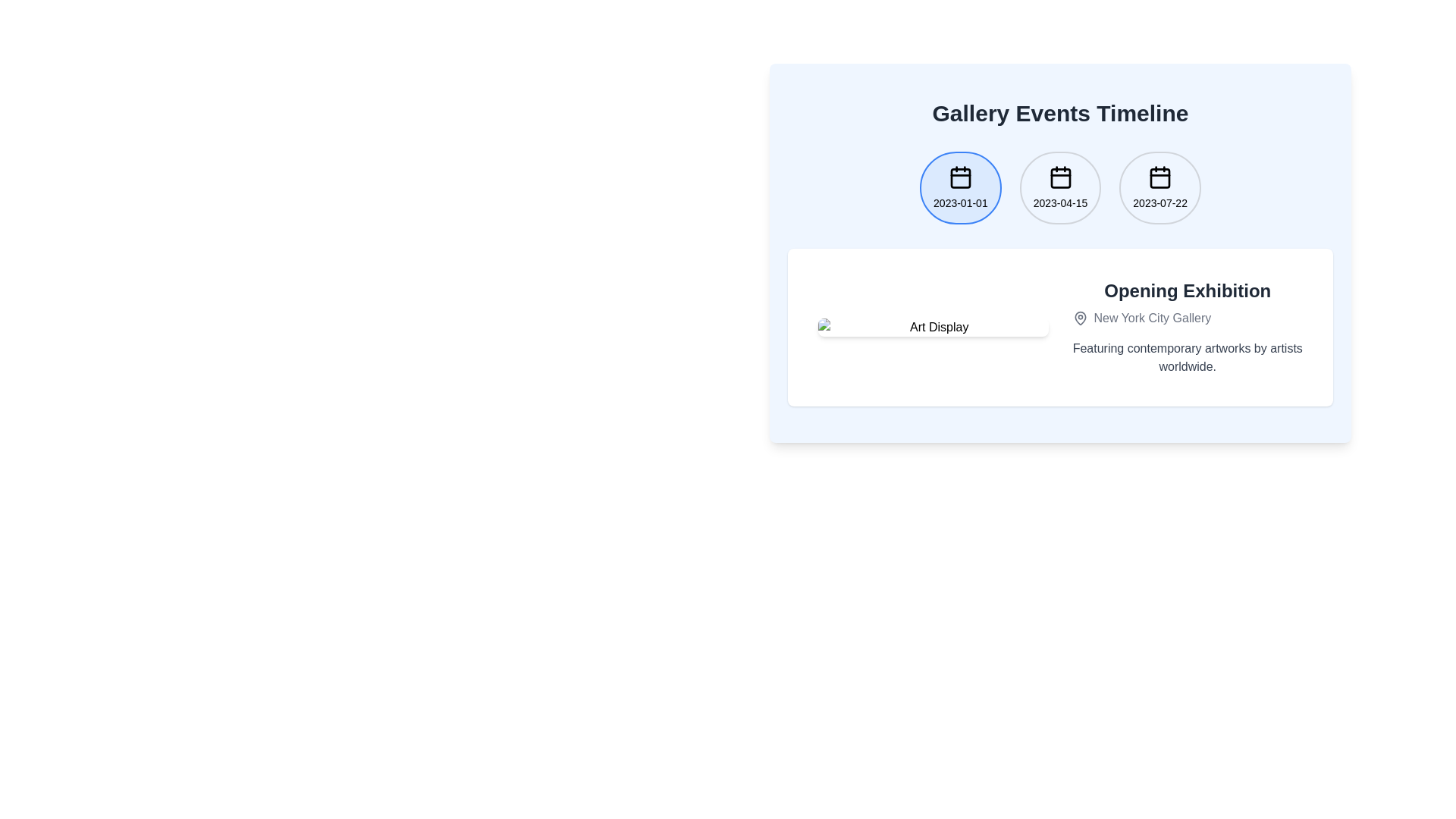  What do you see at coordinates (1059, 177) in the screenshot?
I see `the second calendar icon representing the date '2023-04-15' in the 'Gallery Events Timeline' section` at bounding box center [1059, 177].